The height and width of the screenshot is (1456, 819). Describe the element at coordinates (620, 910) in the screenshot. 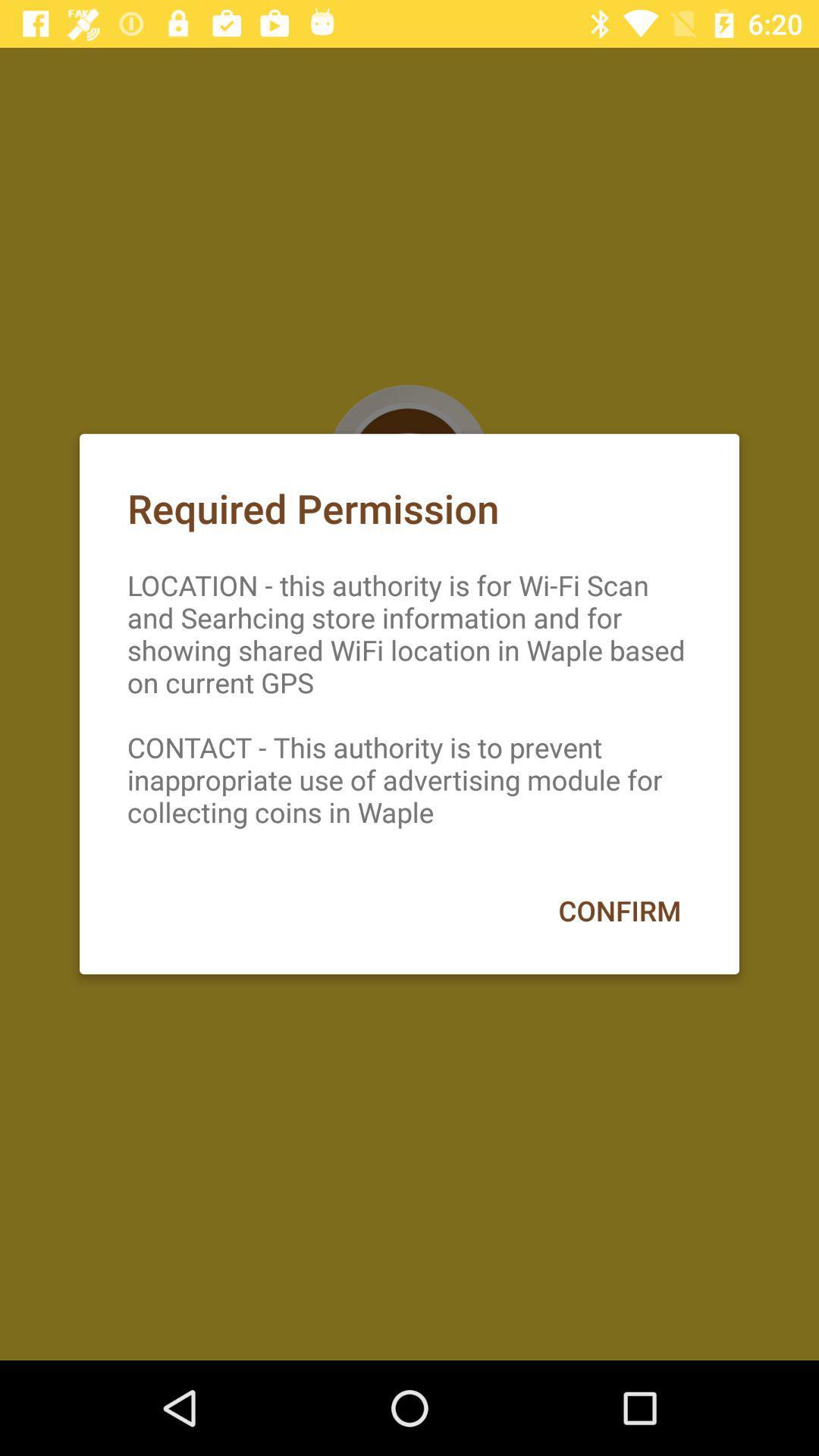

I see `confirm icon` at that location.